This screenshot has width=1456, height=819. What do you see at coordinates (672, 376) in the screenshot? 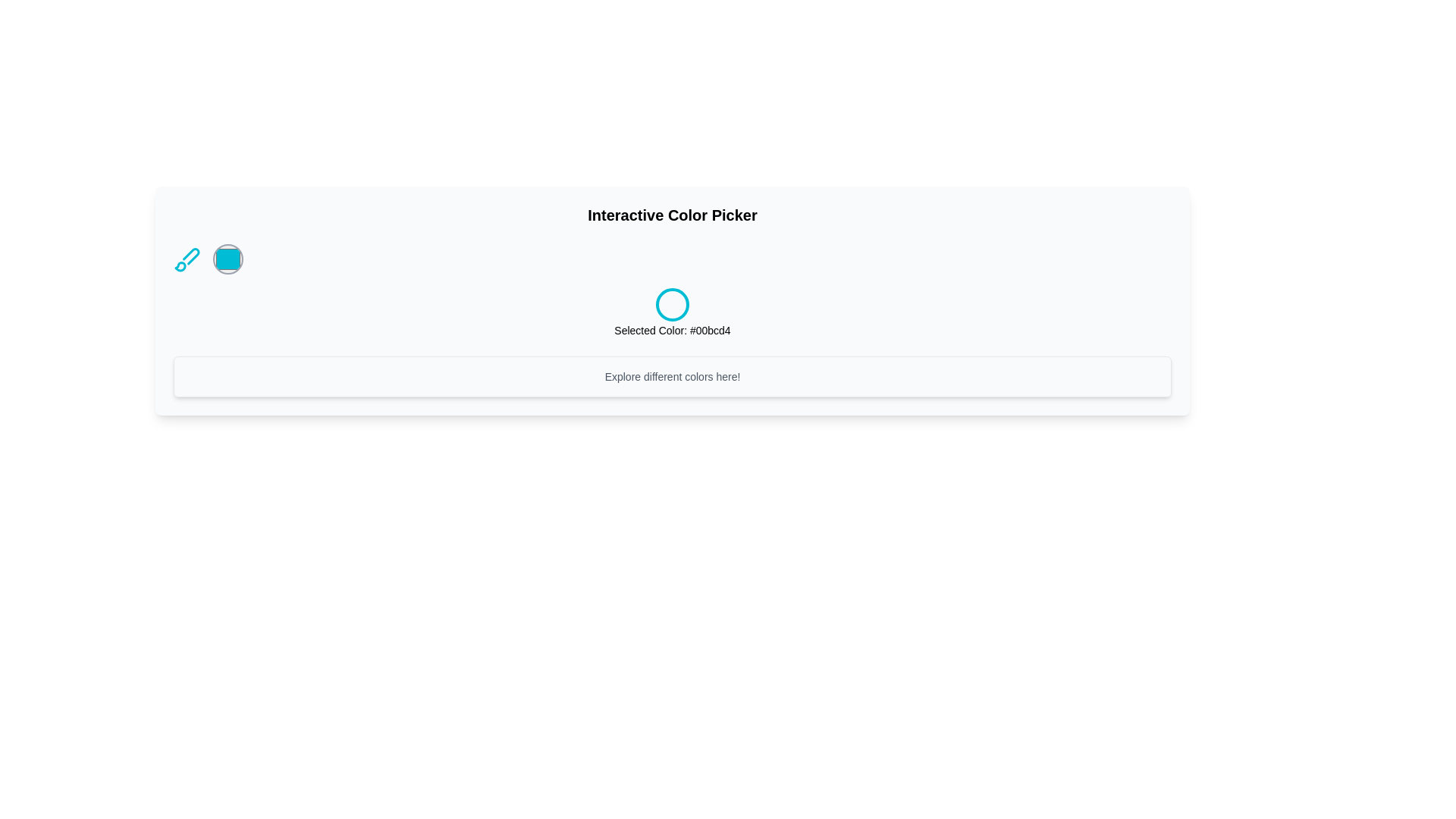
I see `the Text Box that provides information about the color selection feature, located below the color circle and the text 'Selected Color: #00bcd4' in the 'Interactive Color Picker' section` at bounding box center [672, 376].